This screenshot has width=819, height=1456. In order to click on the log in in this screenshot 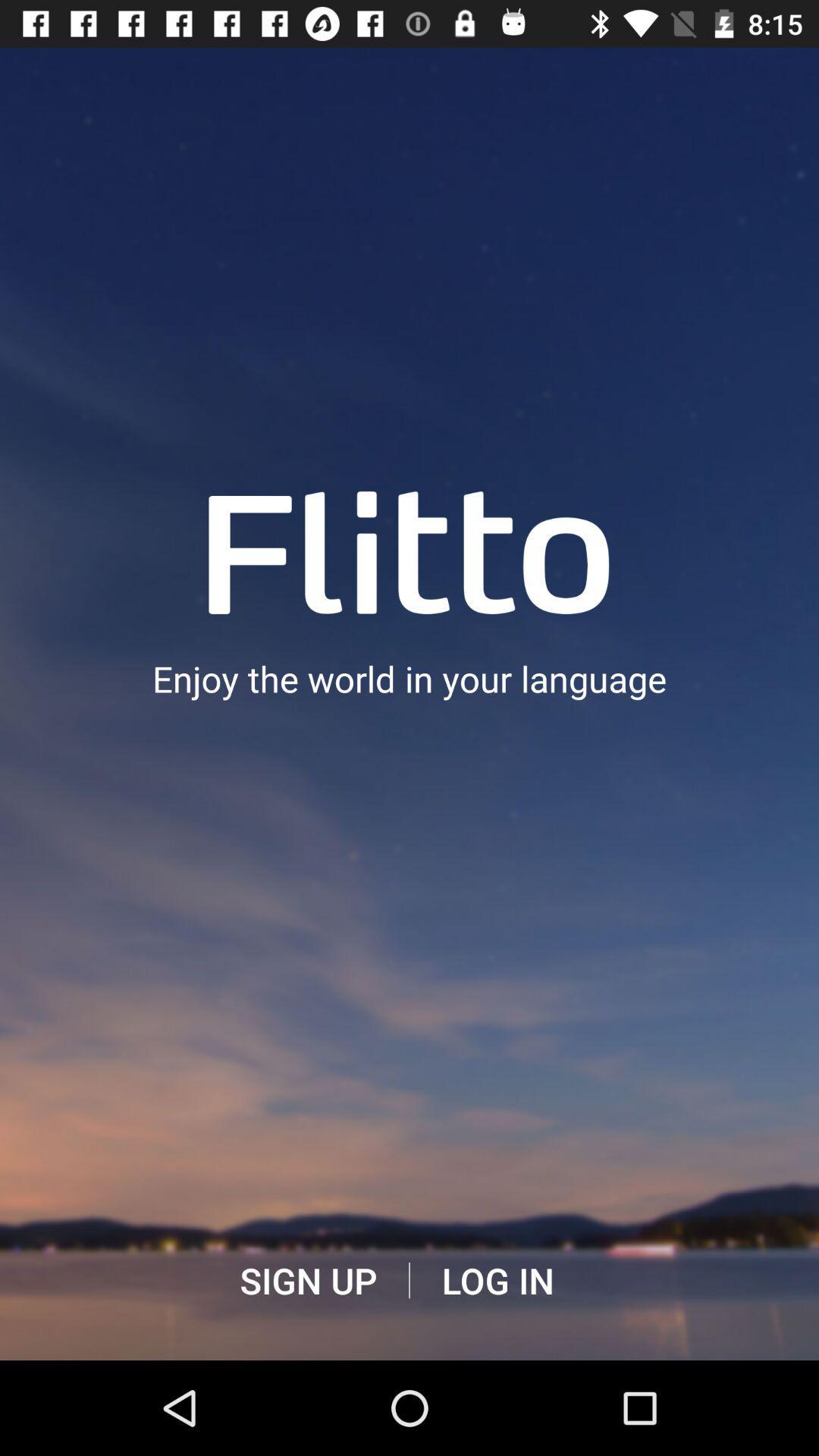, I will do `click(497, 1280)`.